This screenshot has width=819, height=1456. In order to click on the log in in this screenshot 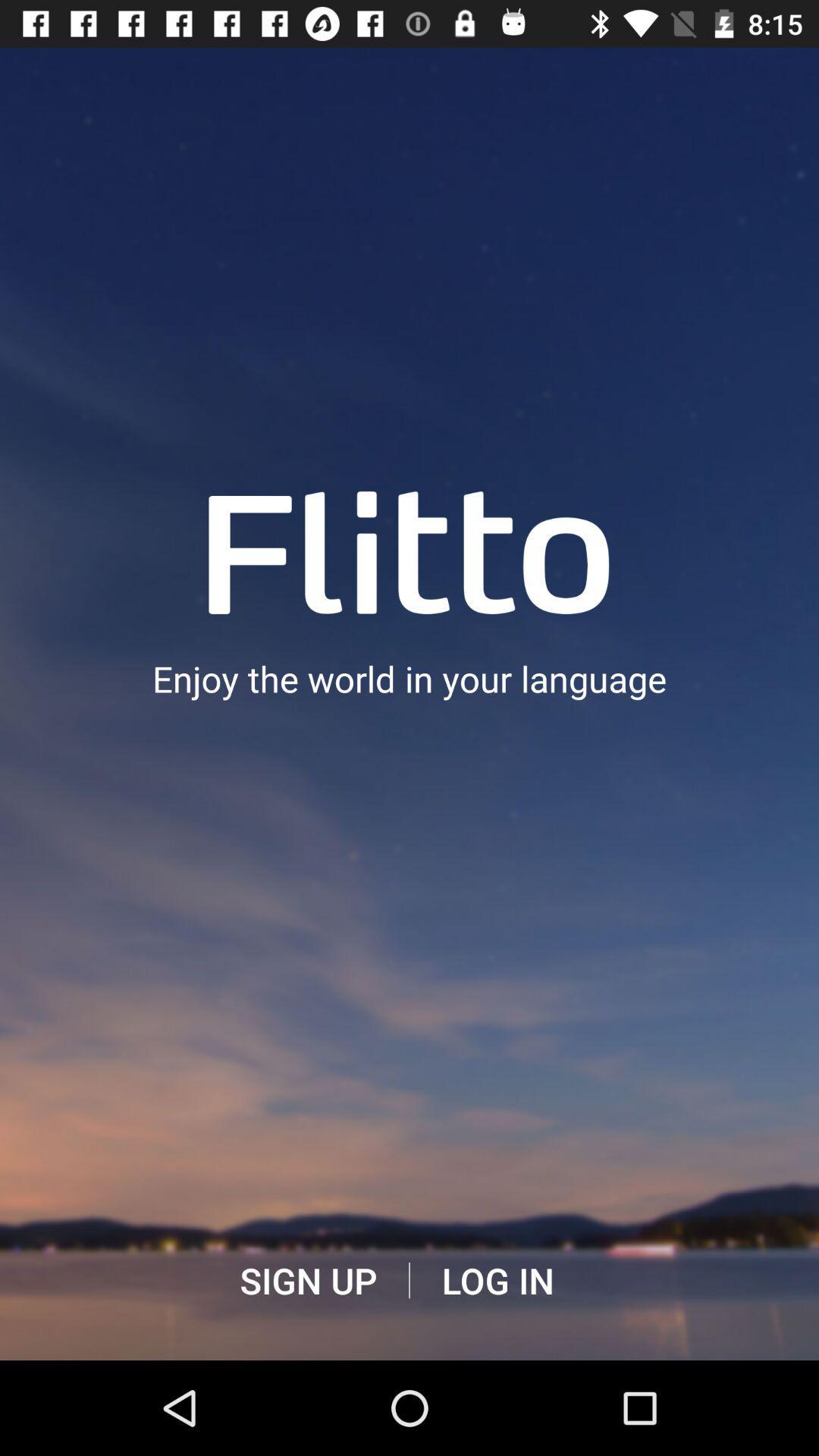, I will do `click(497, 1280)`.